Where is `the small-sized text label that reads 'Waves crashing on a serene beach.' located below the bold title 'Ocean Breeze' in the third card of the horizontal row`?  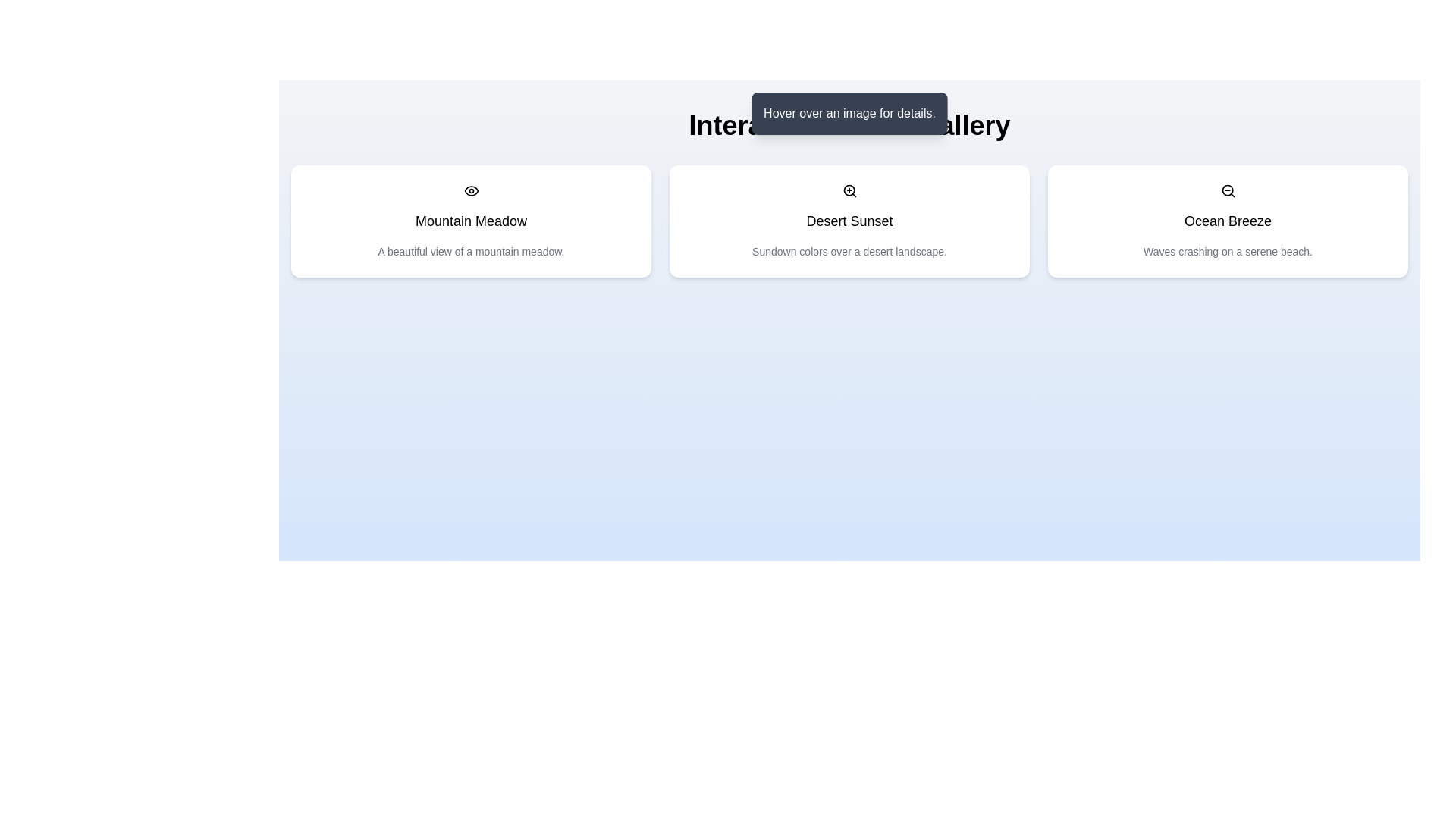
the small-sized text label that reads 'Waves crashing on a serene beach.' located below the bold title 'Ocean Breeze' in the third card of the horizontal row is located at coordinates (1228, 250).